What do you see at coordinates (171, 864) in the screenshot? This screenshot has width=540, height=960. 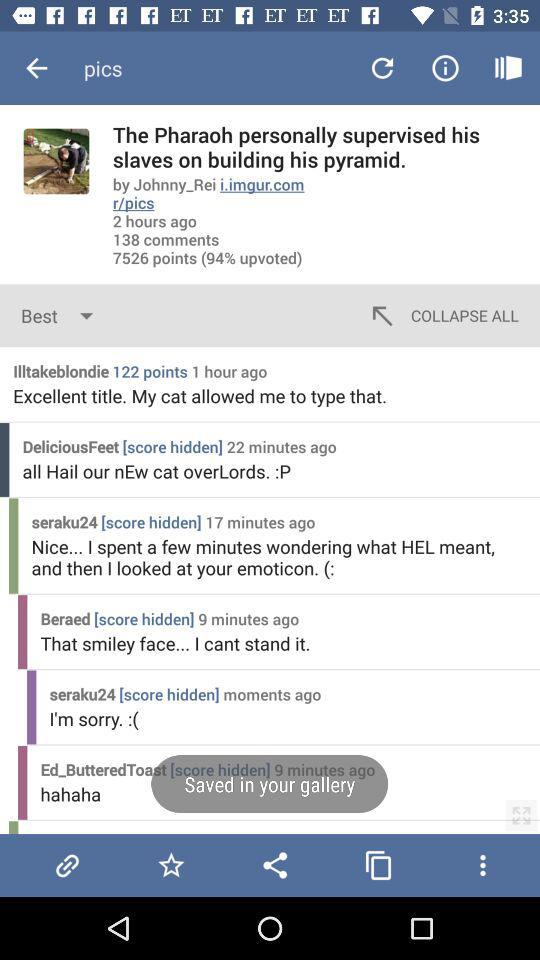 I see `this post to the starred posts list` at bounding box center [171, 864].